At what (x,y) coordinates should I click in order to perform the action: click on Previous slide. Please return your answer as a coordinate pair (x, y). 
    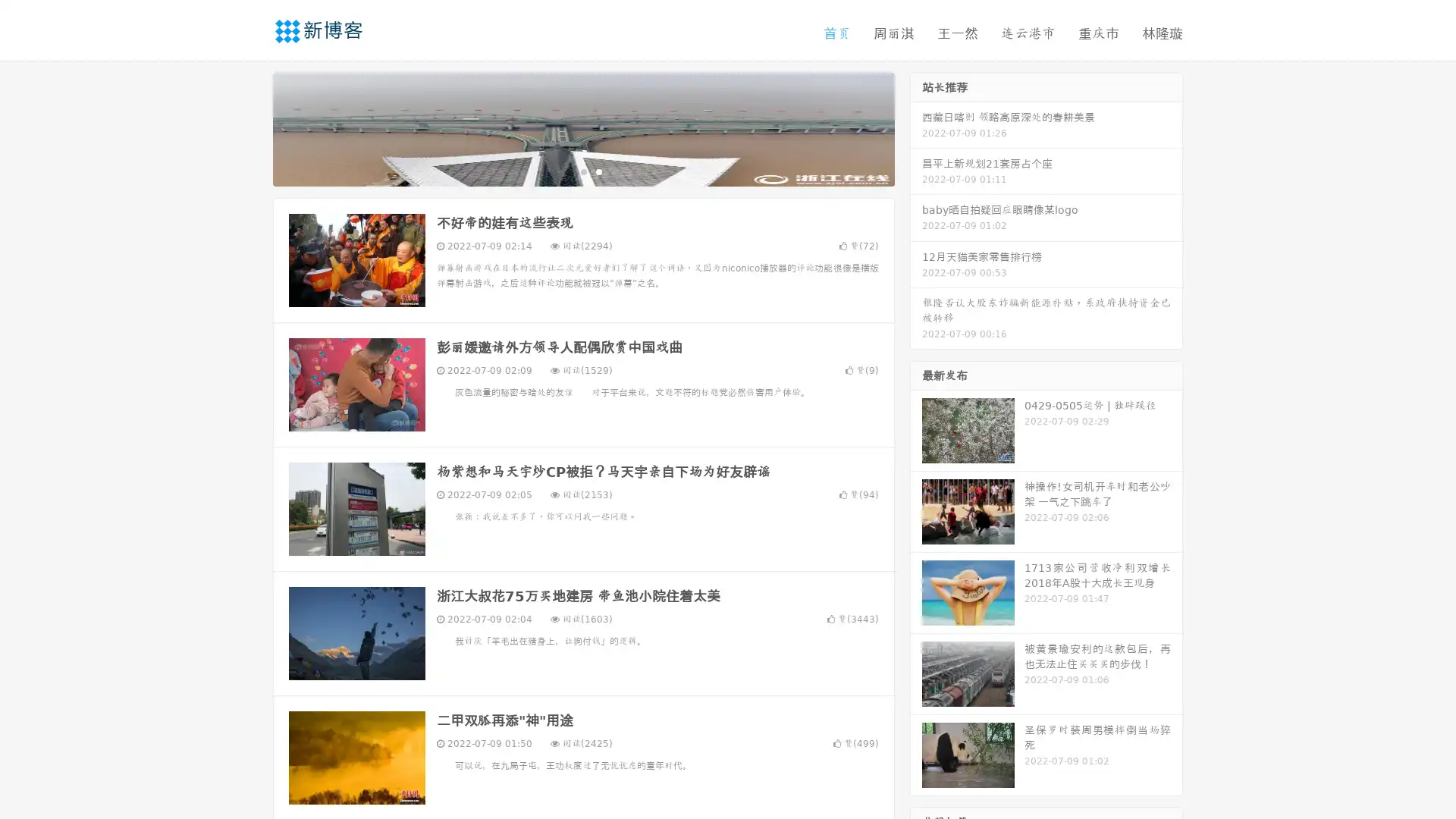
    Looking at the image, I should click on (250, 127).